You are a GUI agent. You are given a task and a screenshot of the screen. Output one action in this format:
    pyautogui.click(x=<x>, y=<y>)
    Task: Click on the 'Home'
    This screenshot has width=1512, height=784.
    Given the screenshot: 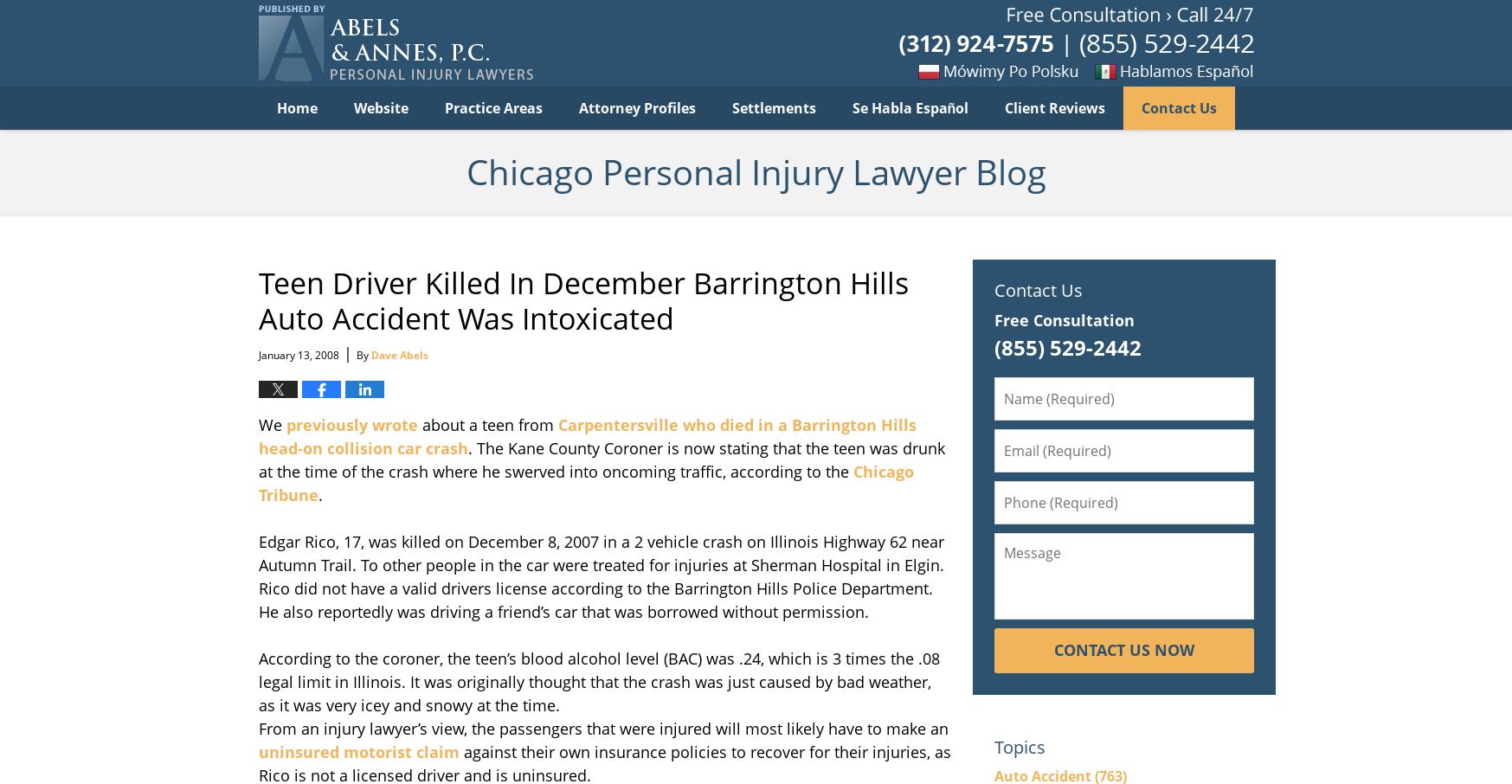 What is the action you would take?
    pyautogui.click(x=275, y=107)
    